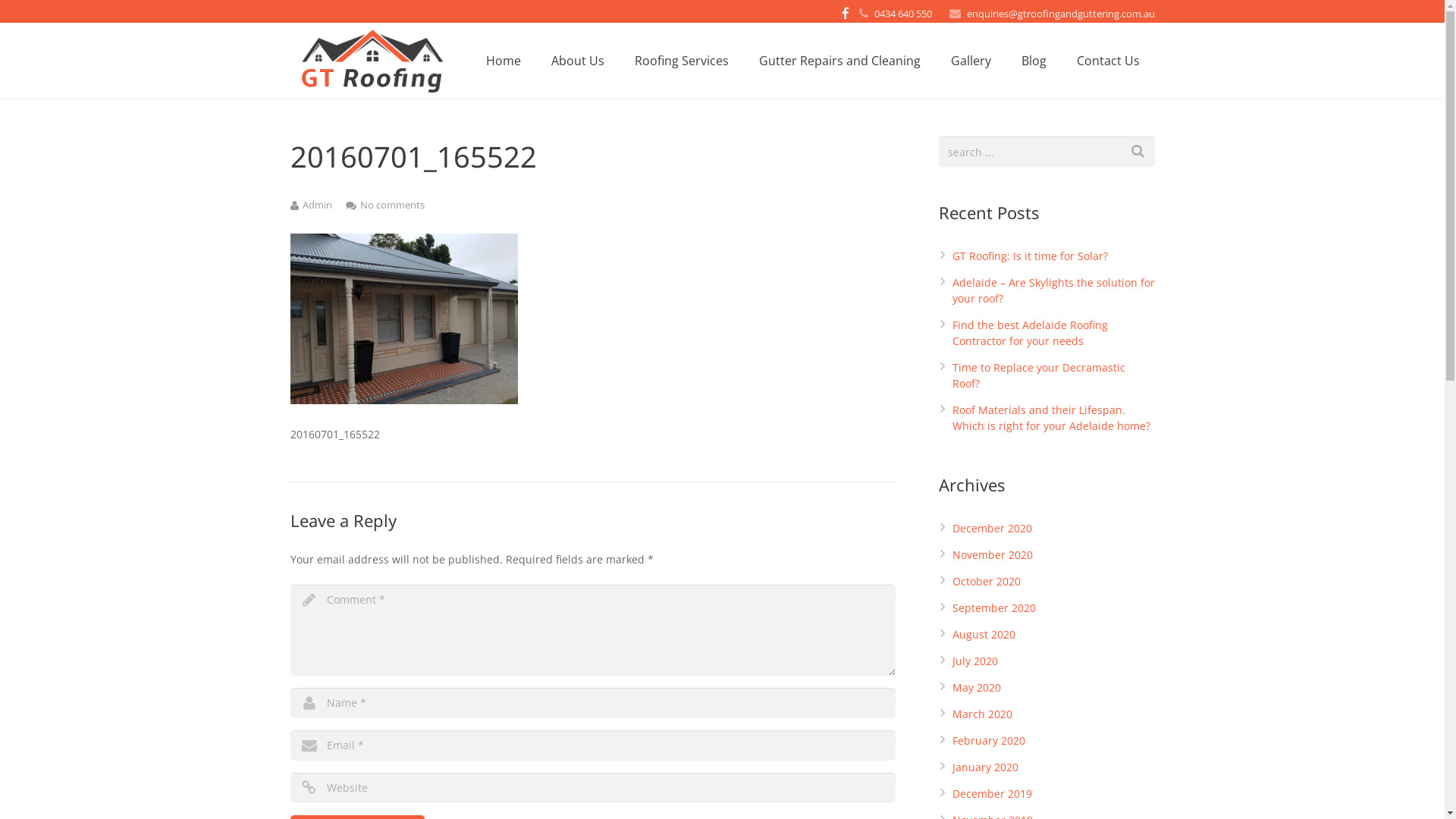 This screenshot has height=819, width=1456. What do you see at coordinates (986, 580) in the screenshot?
I see `'October 2020'` at bounding box center [986, 580].